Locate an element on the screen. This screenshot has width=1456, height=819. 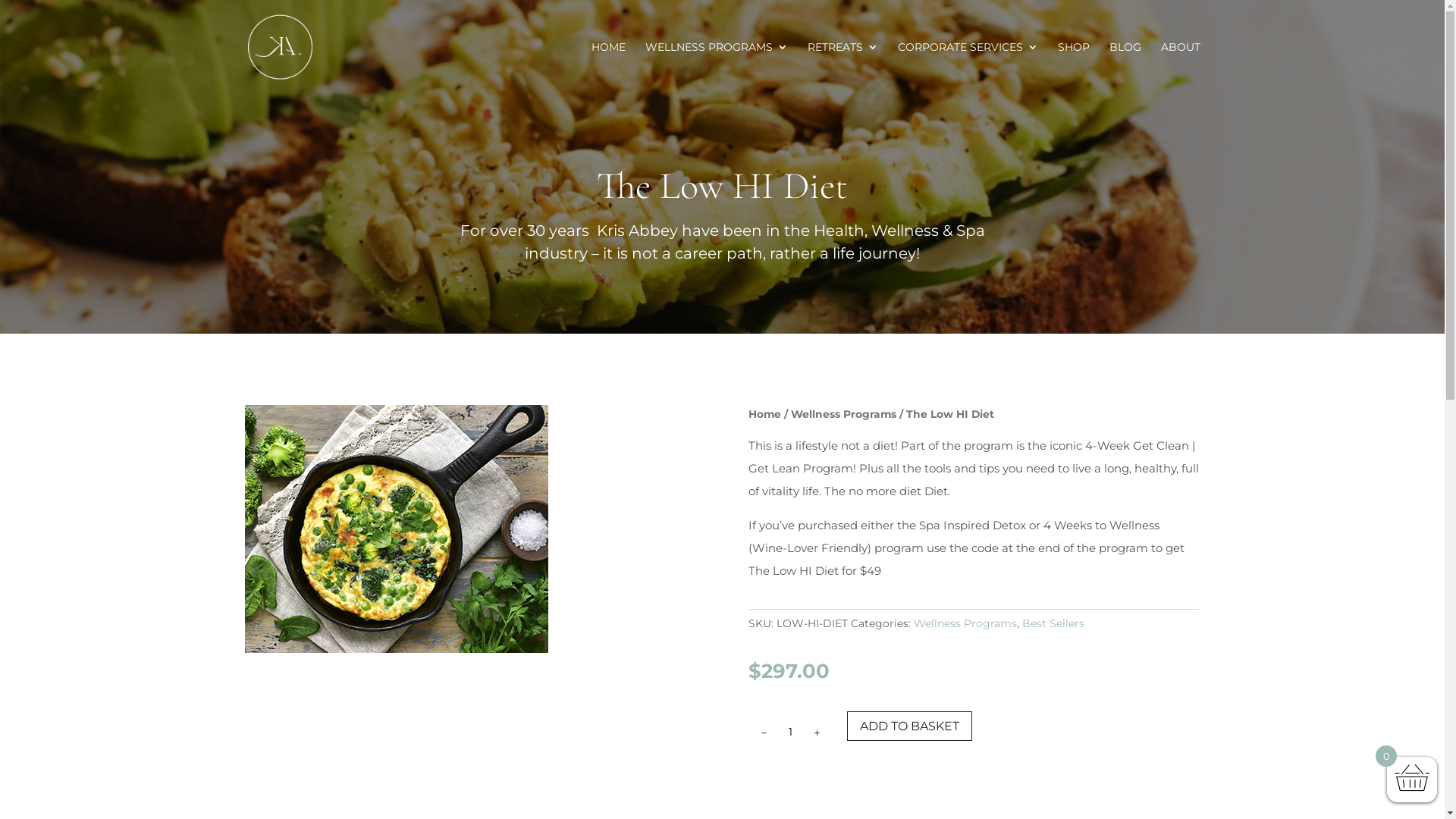
'HOME' is located at coordinates (590, 67).